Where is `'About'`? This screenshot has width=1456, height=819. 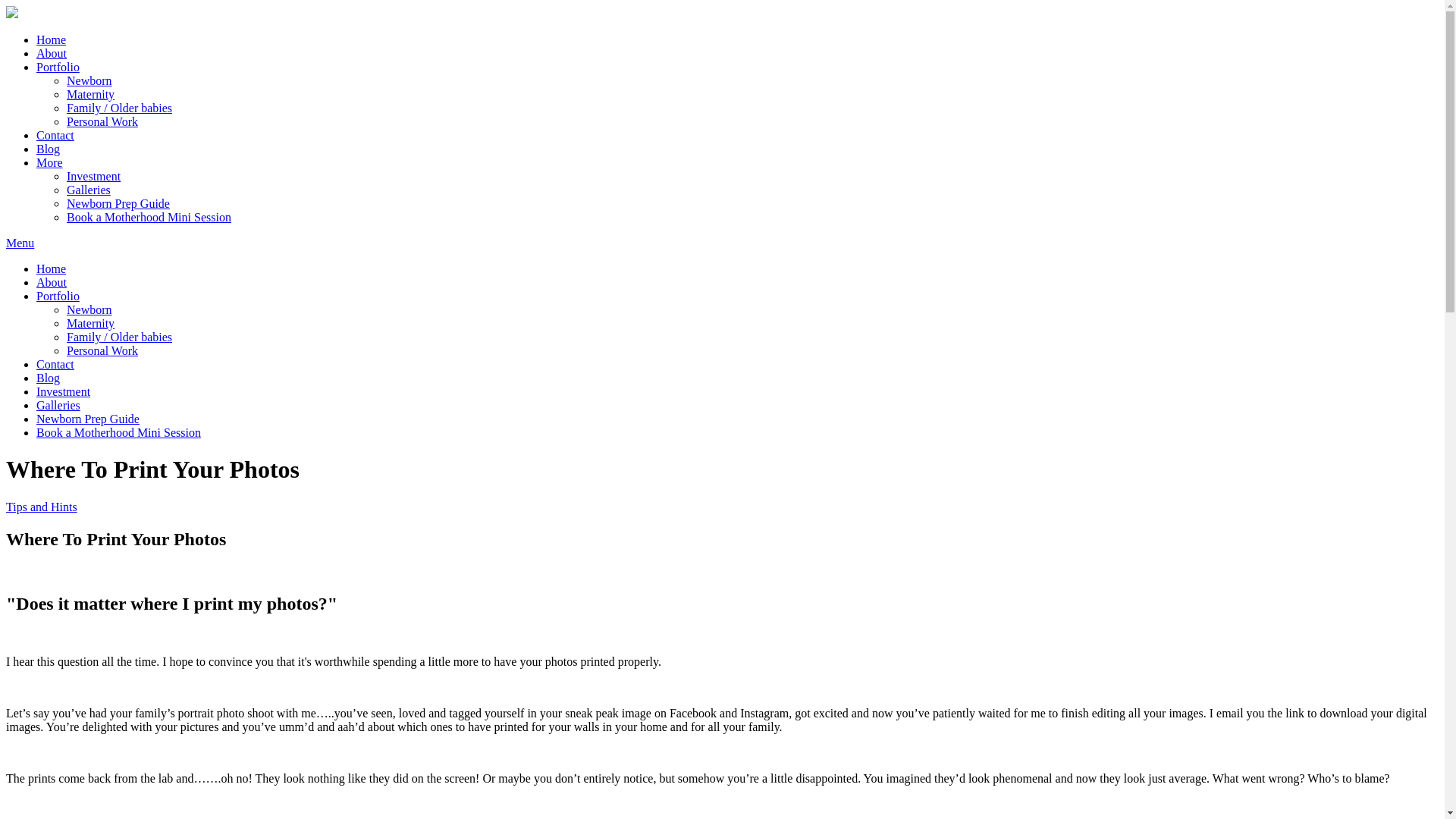 'About' is located at coordinates (51, 52).